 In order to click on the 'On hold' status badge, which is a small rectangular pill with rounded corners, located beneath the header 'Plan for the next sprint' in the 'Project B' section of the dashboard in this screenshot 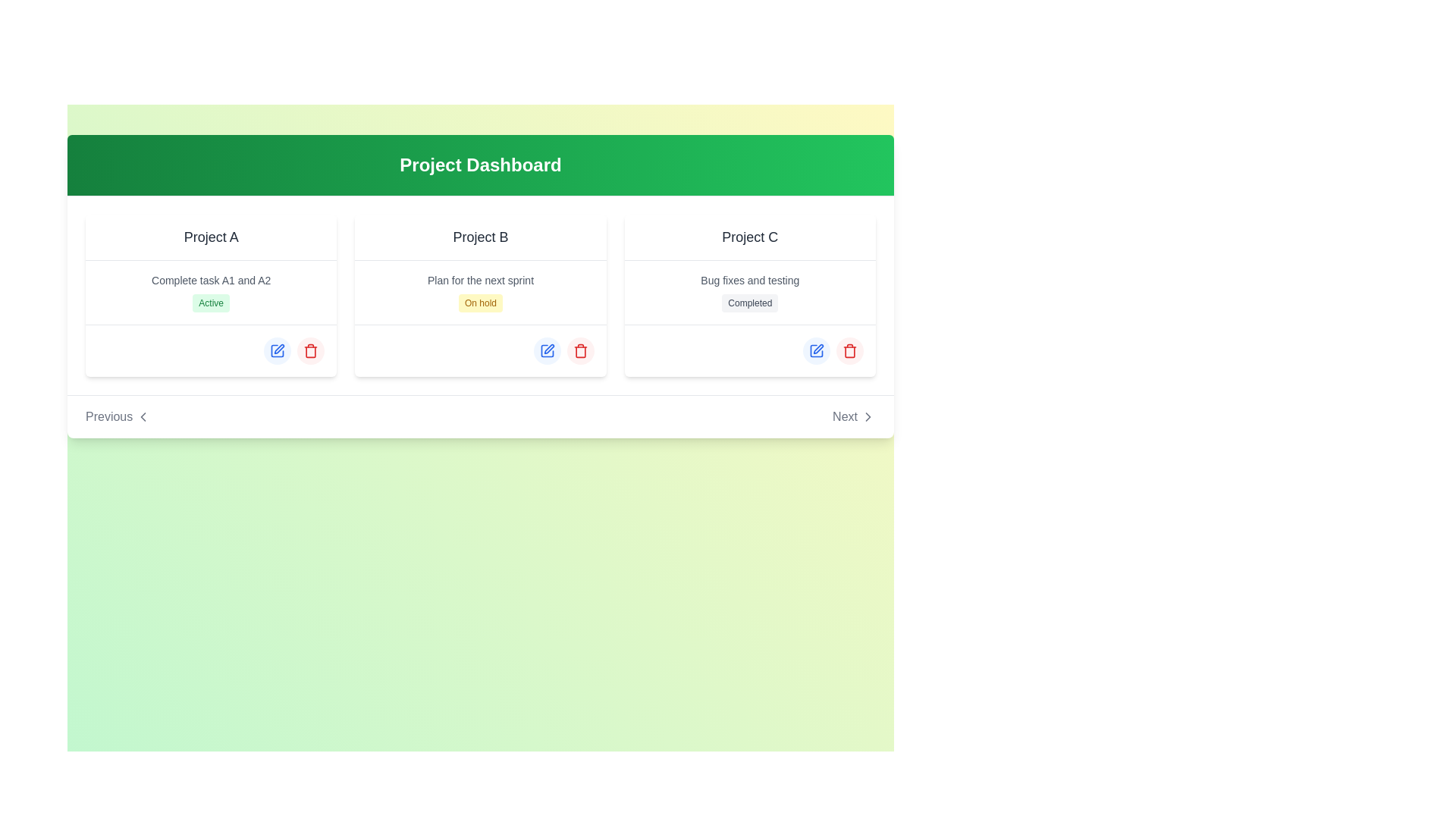, I will do `click(479, 303)`.